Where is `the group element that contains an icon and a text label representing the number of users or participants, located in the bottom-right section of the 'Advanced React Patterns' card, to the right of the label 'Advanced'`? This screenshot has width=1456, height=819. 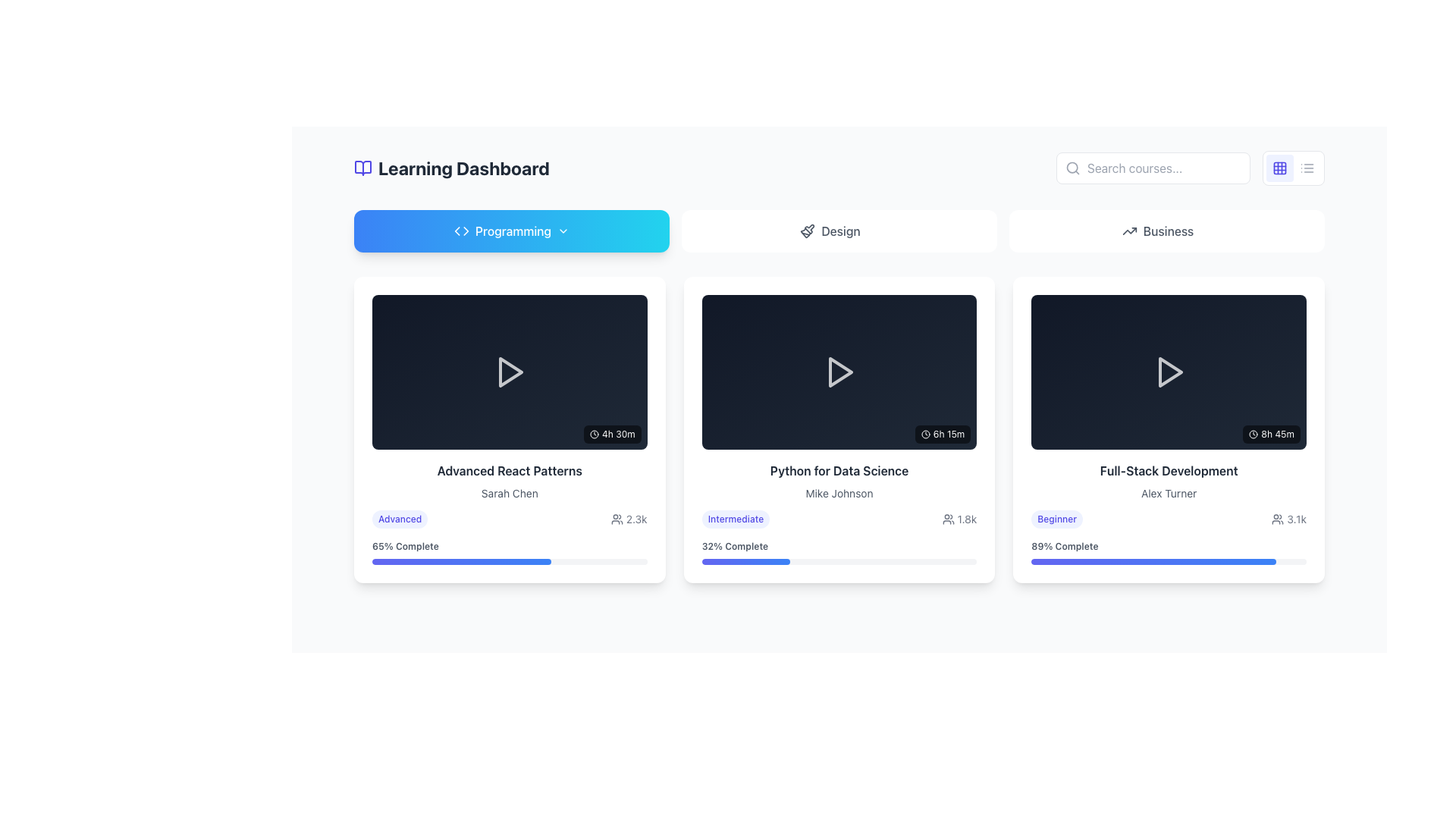 the group element that contains an icon and a text label representing the number of users or participants, located in the bottom-right section of the 'Advanced React Patterns' card, to the right of the label 'Advanced' is located at coordinates (629, 518).